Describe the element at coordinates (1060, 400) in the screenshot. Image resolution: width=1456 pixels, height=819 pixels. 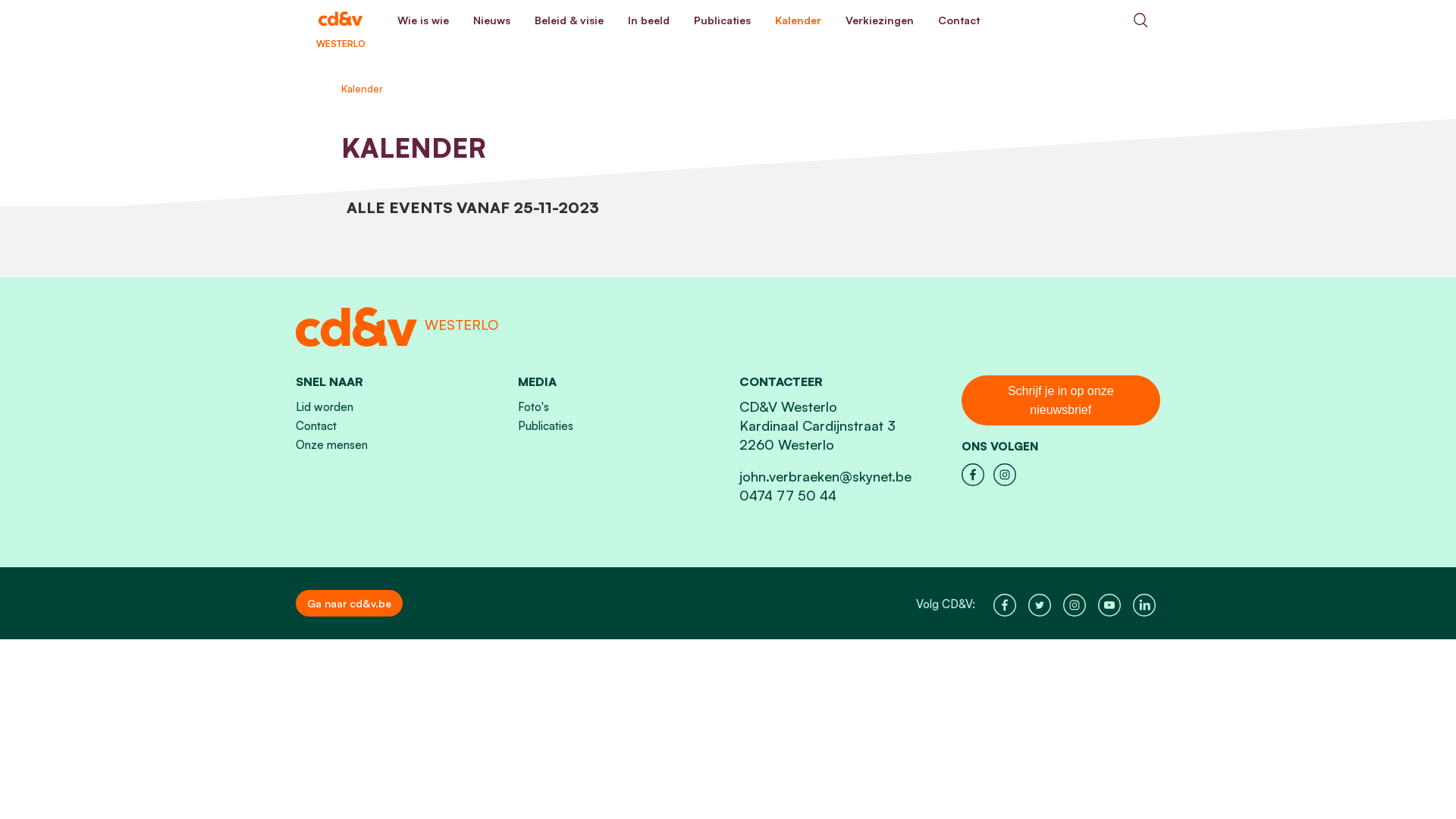
I see `'Schrijf je in op onze nieuwsbrief'` at that location.